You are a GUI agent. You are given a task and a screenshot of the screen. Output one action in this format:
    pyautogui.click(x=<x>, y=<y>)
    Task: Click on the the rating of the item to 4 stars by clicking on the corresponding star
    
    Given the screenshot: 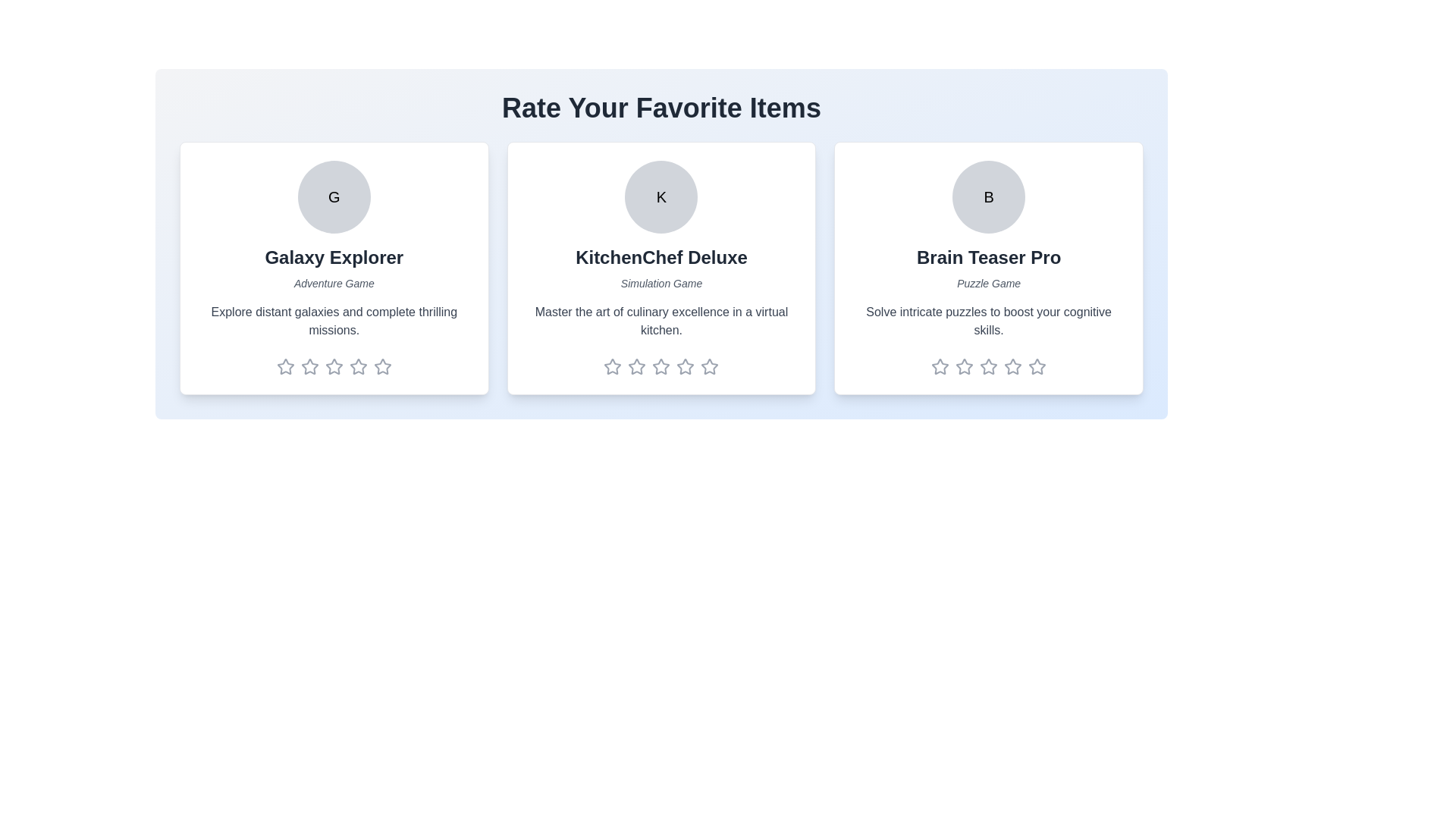 What is the action you would take?
    pyautogui.click(x=357, y=366)
    